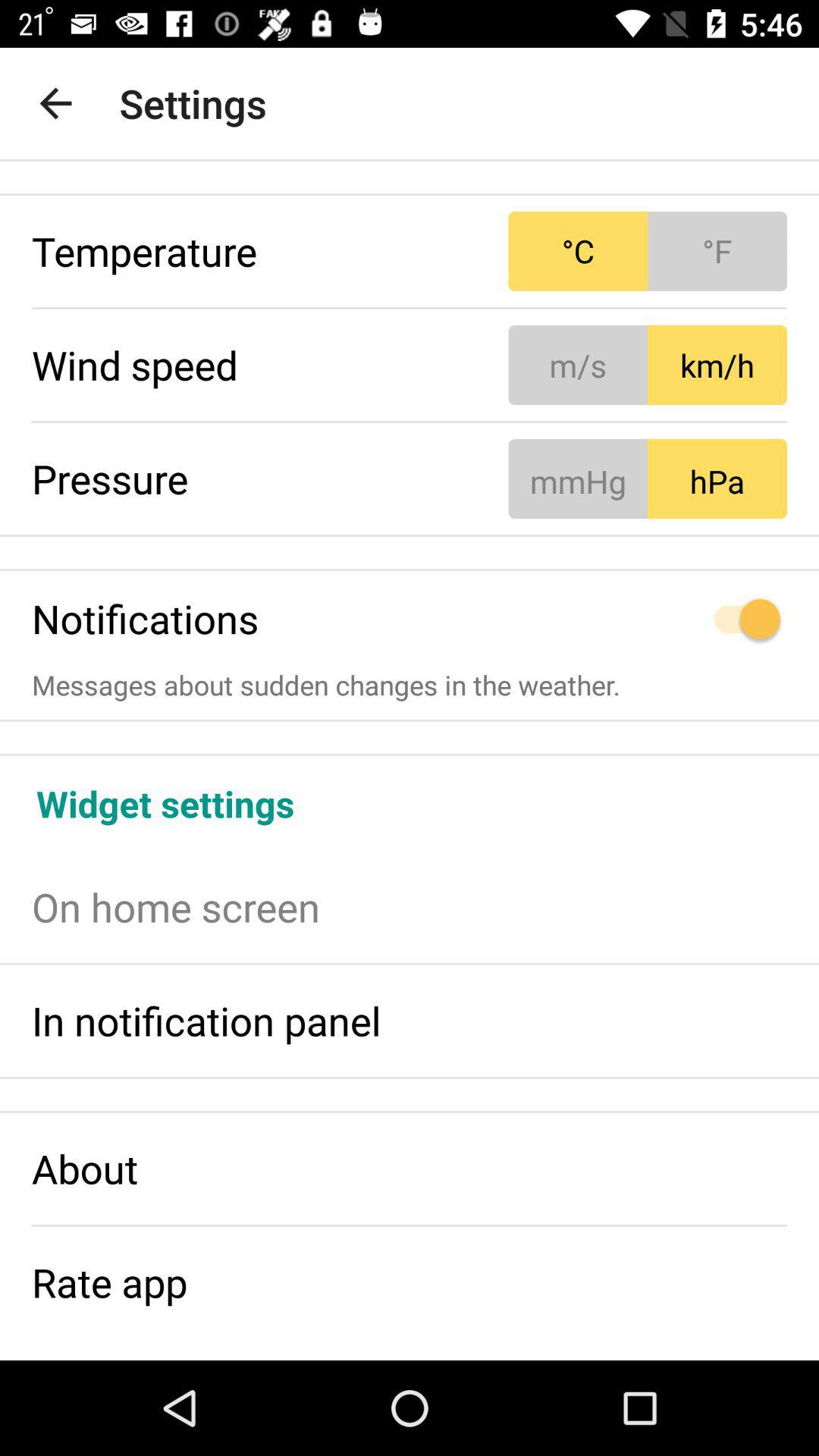 This screenshot has width=819, height=1456. What do you see at coordinates (648, 619) in the screenshot?
I see `the icon to the right of notifications item` at bounding box center [648, 619].